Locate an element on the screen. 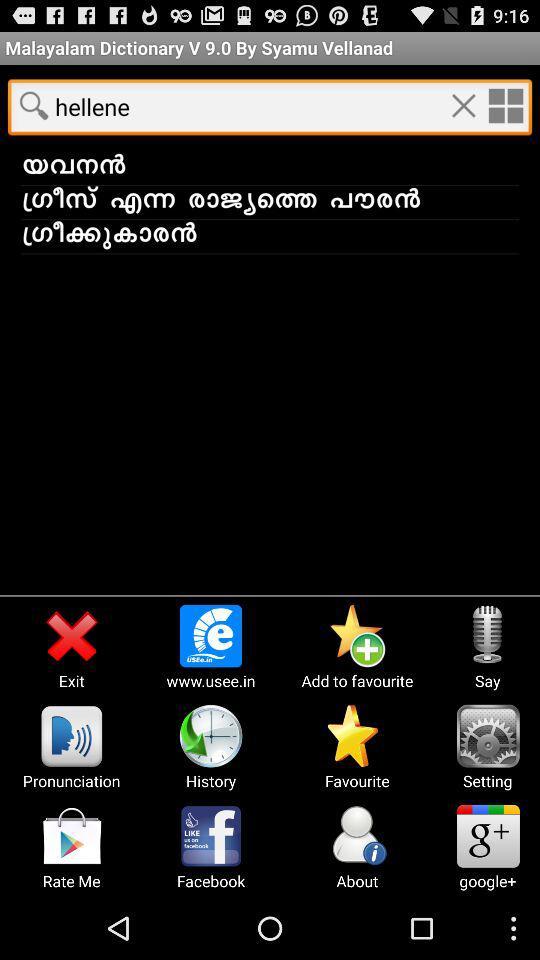 The width and height of the screenshot is (540, 960). search is located at coordinates (33, 105).